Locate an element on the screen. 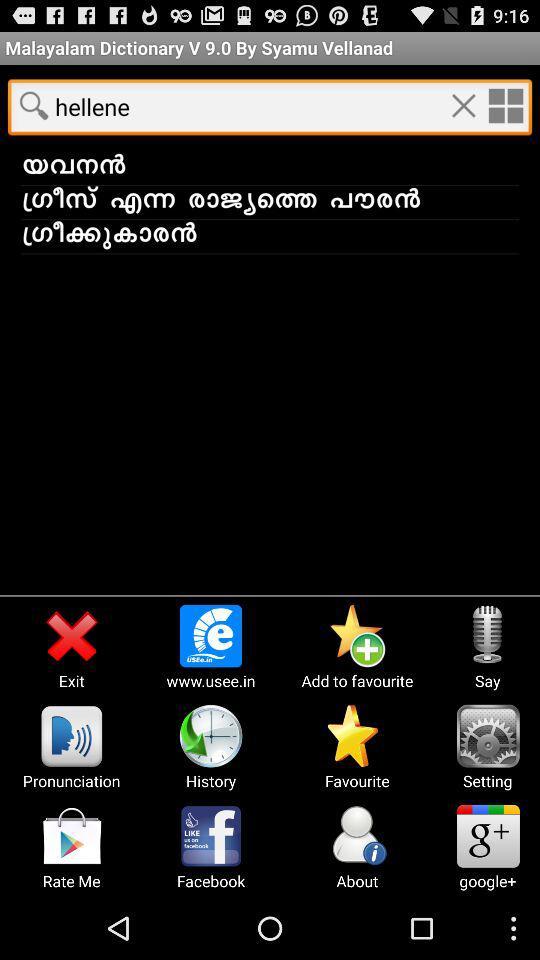 The width and height of the screenshot is (540, 960). search is located at coordinates (33, 105).